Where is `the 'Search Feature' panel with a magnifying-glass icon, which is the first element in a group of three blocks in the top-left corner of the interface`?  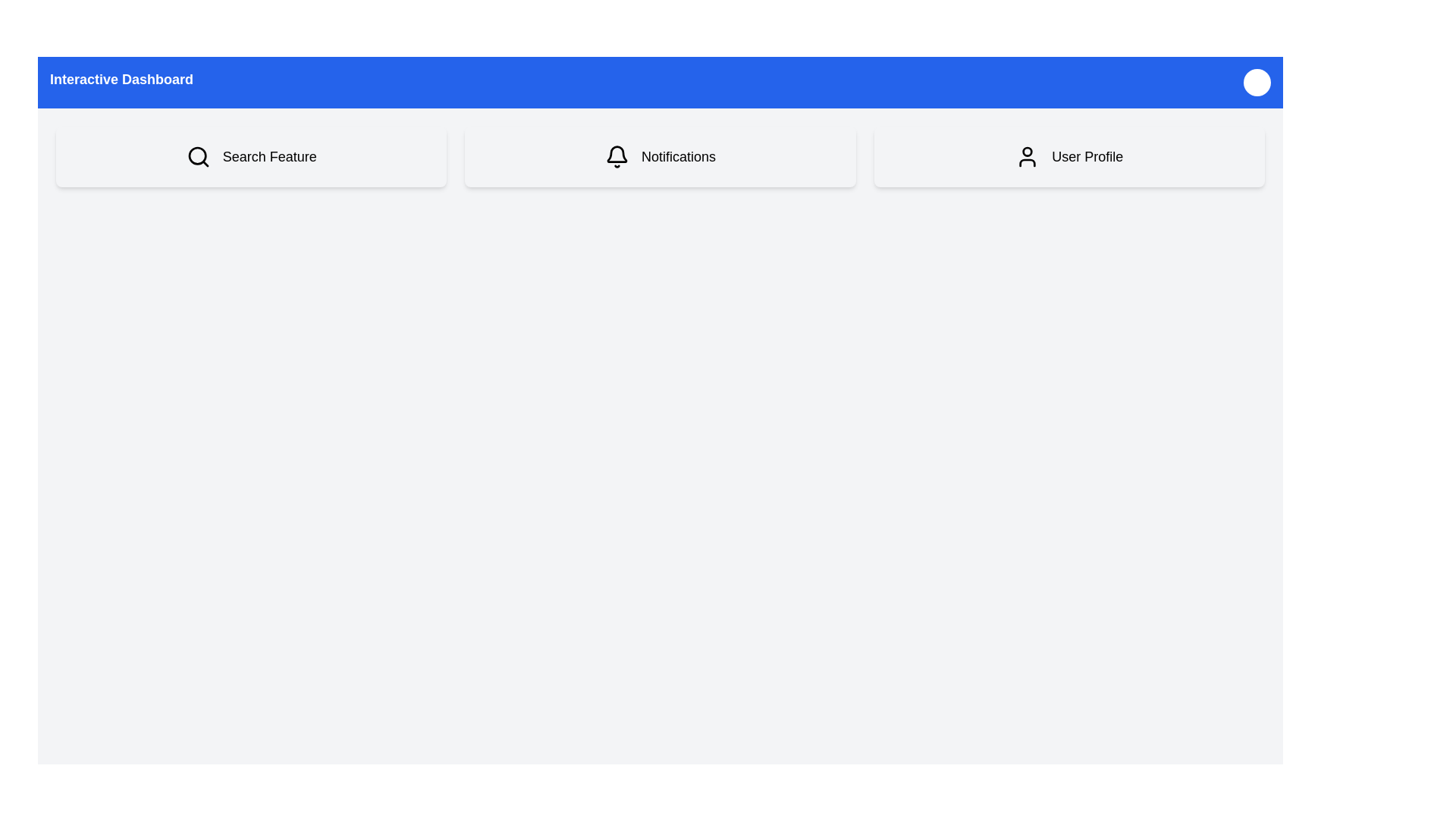
the 'Search Feature' panel with a magnifying-glass icon, which is the first element in a group of three blocks in the top-left corner of the interface is located at coordinates (251, 157).